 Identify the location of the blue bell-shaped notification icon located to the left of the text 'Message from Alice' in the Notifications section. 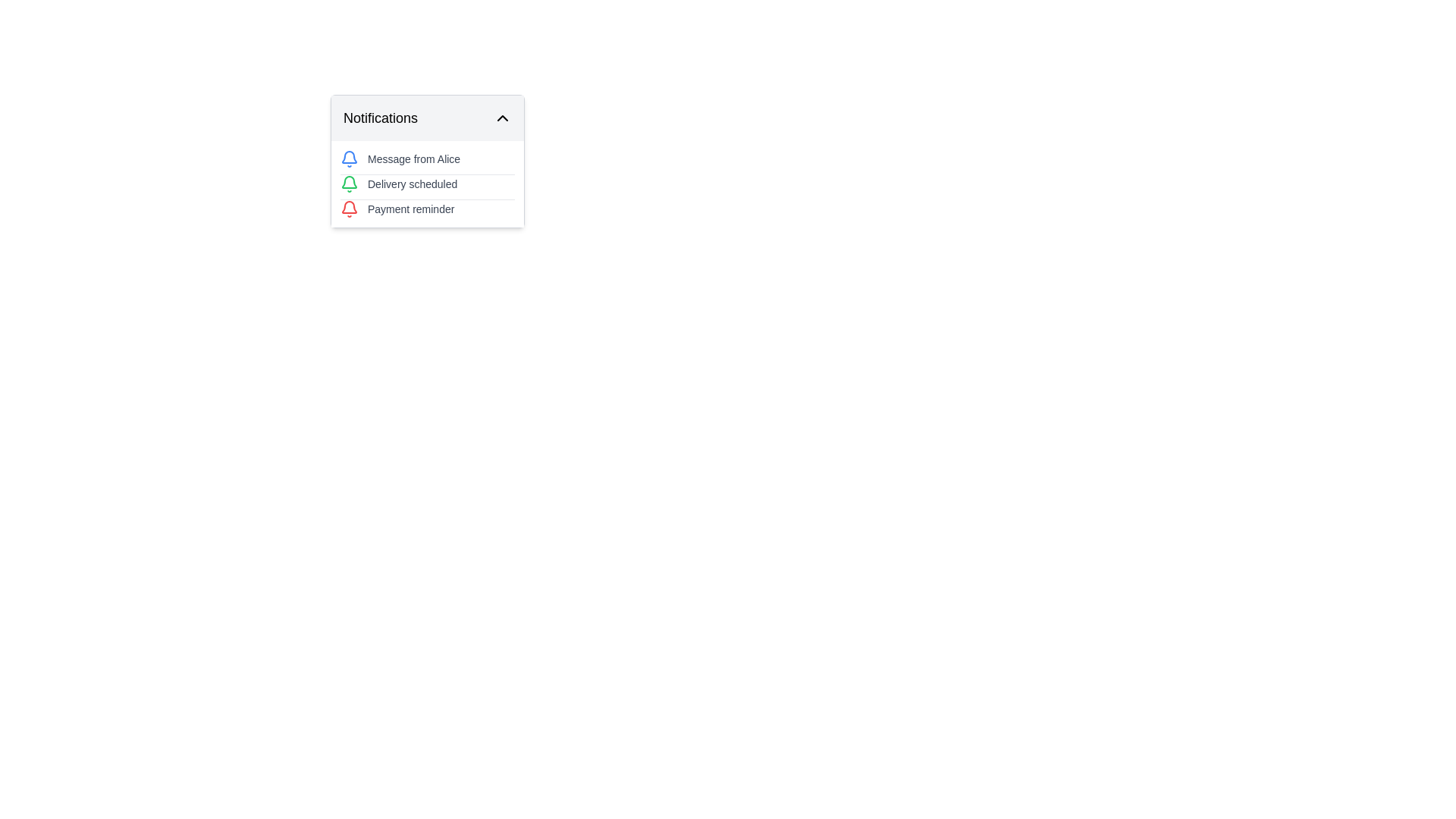
(348, 158).